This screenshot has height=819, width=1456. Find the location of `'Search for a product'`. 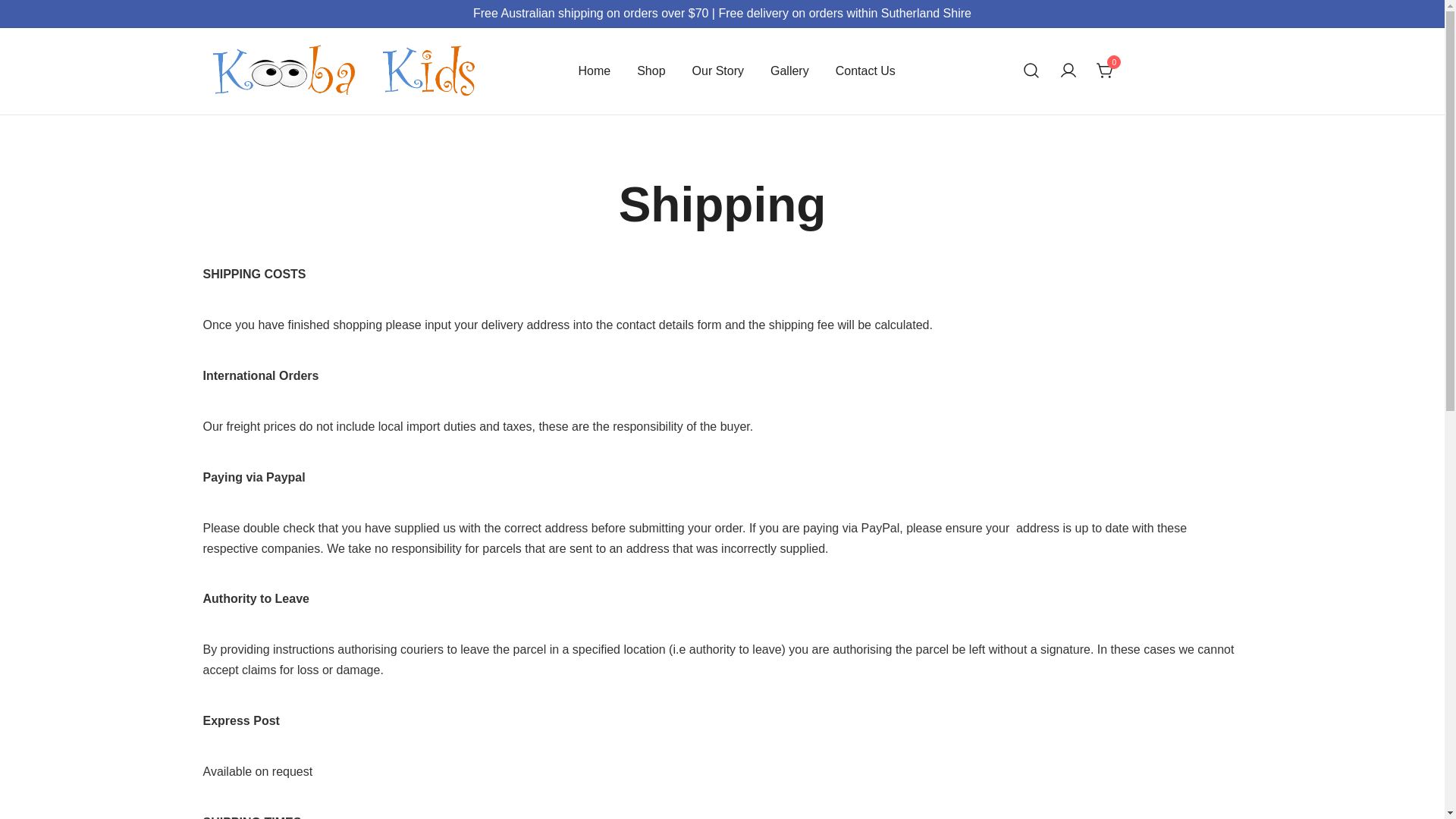

'Search for a product' is located at coordinates (1031, 71).